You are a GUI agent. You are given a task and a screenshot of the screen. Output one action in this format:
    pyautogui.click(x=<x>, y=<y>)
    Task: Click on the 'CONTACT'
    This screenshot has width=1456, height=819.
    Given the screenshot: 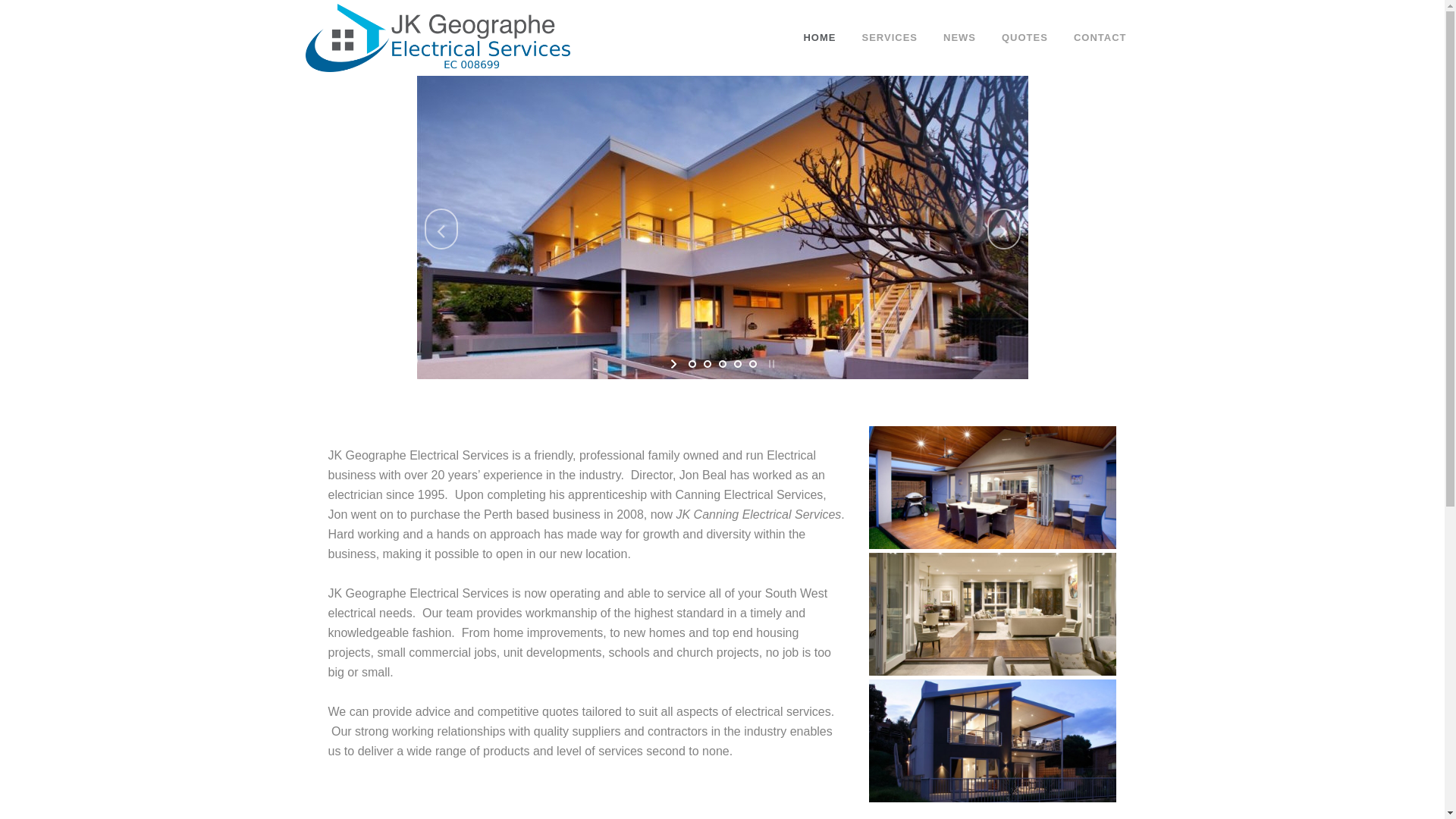 What is the action you would take?
    pyautogui.click(x=1100, y=37)
    